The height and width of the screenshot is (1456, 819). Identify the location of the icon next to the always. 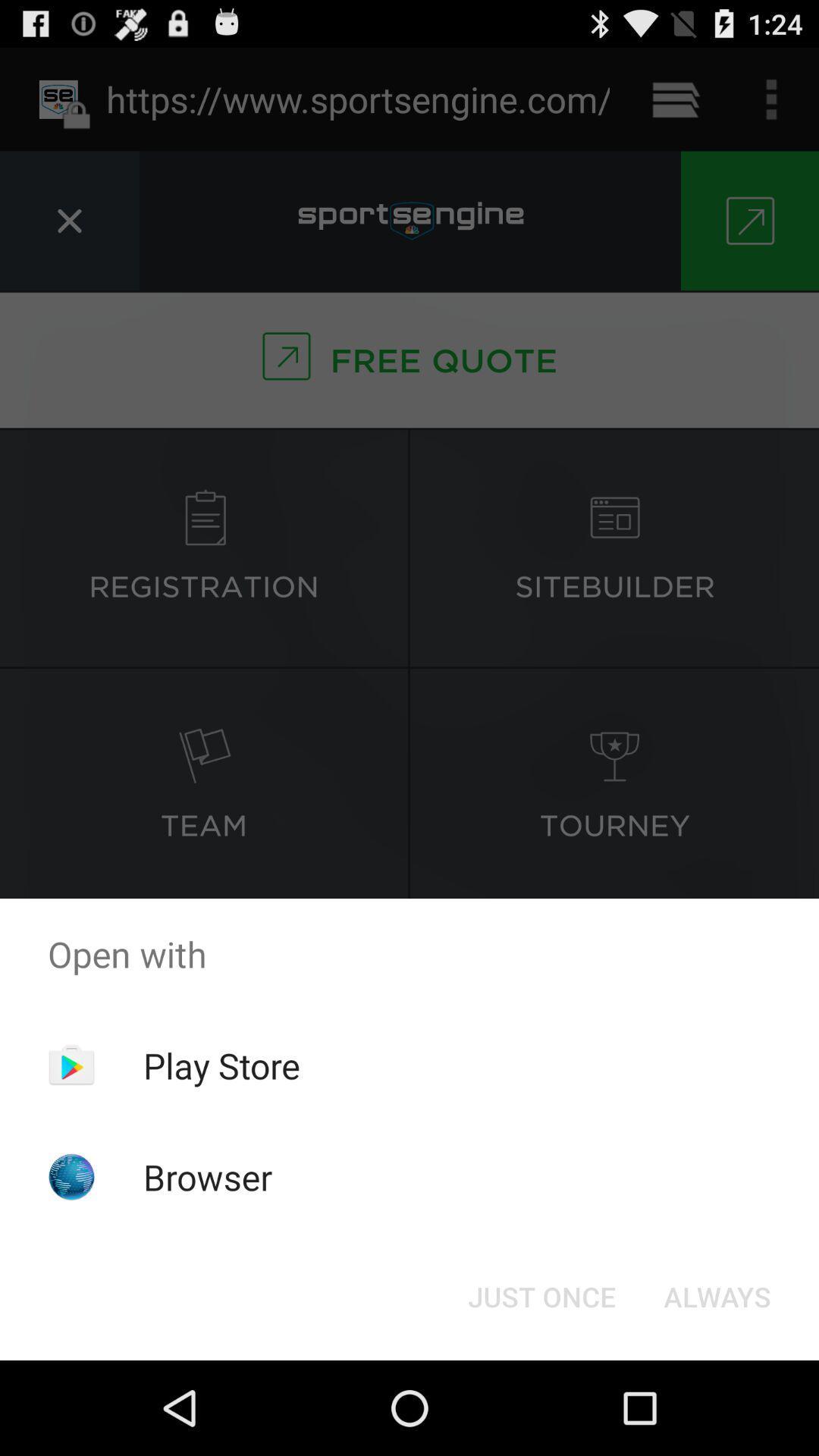
(541, 1295).